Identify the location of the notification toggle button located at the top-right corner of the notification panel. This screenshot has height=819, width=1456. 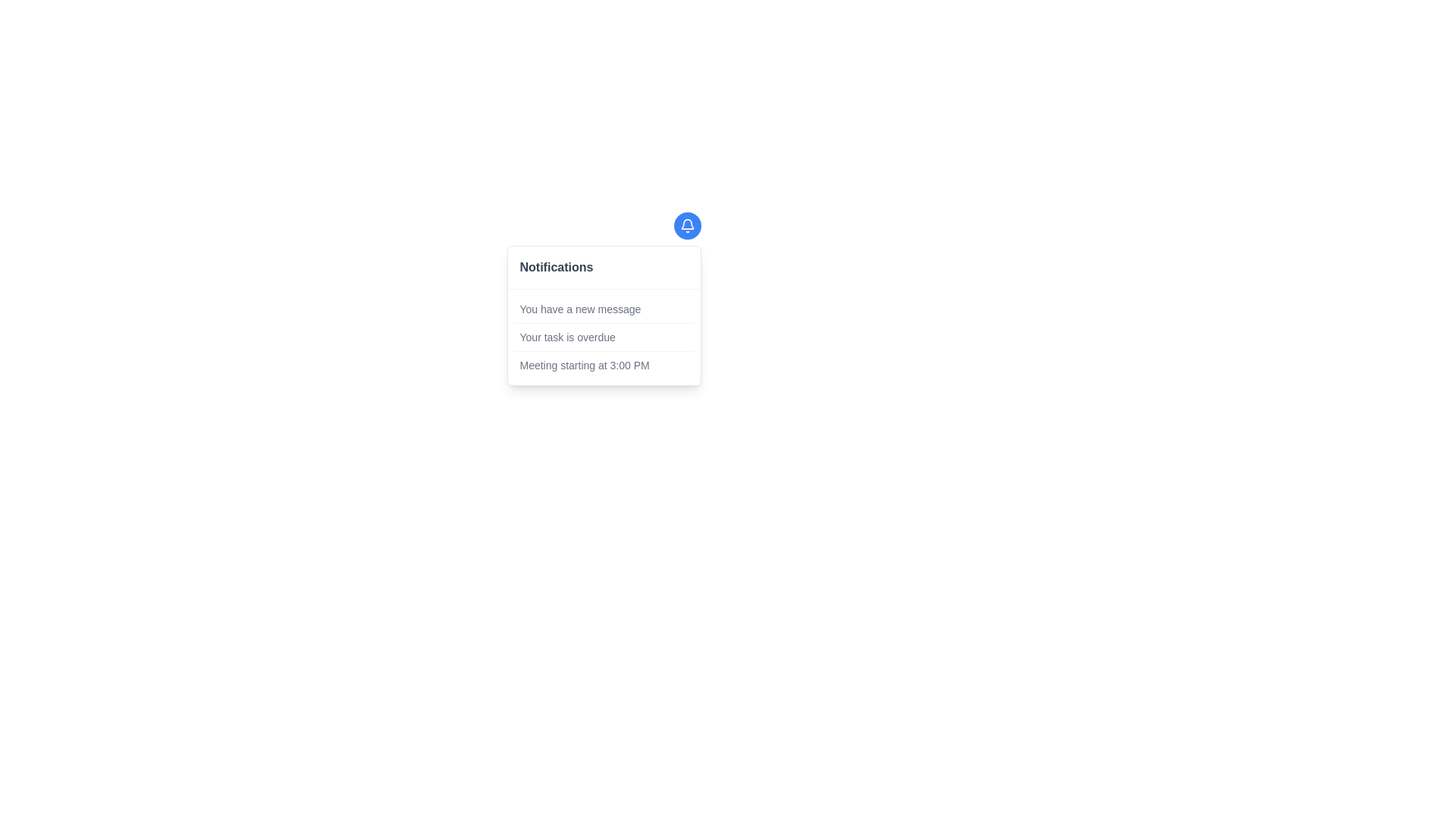
(686, 225).